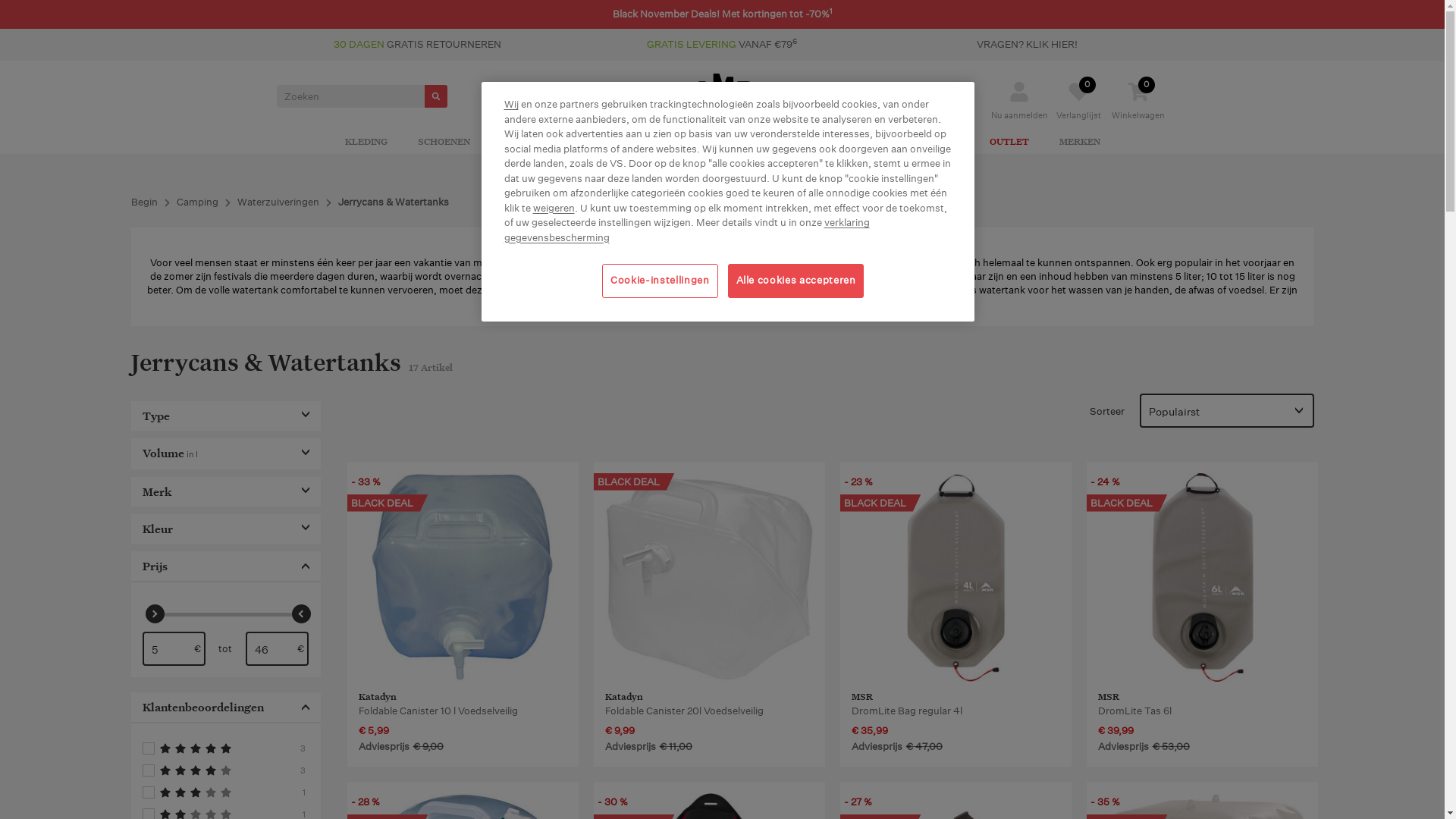 Image resolution: width=1456 pixels, height=819 pixels. I want to click on 'MSR DromLite Tas Regular', so click(954, 614).